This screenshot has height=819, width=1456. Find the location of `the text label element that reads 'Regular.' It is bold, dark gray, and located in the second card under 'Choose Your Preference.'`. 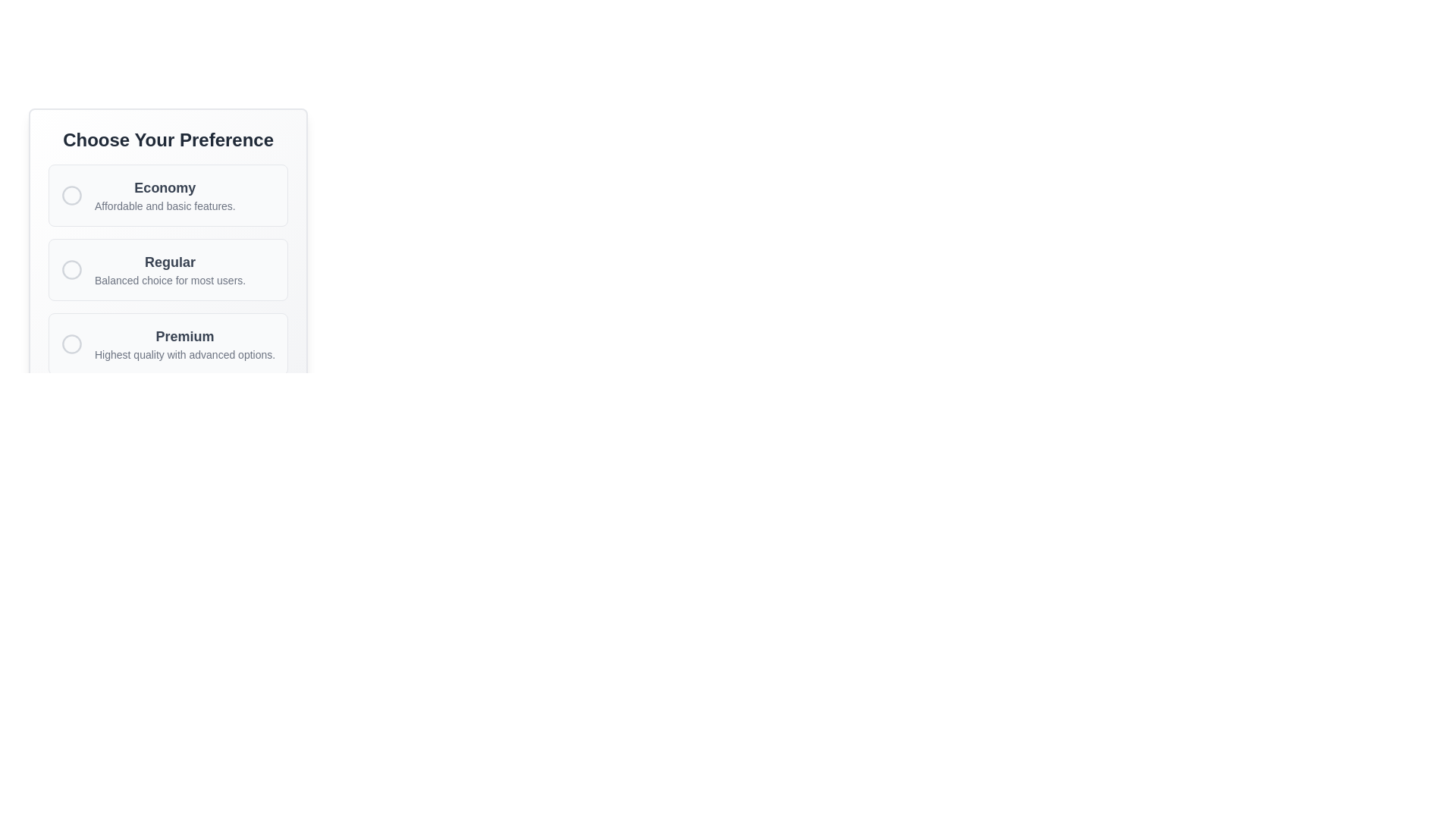

the text label element that reads 'Regular.' It is bold, dark gray, and located in the second card under 'Choose Your Preference.' is located at coordinates (170, 262).